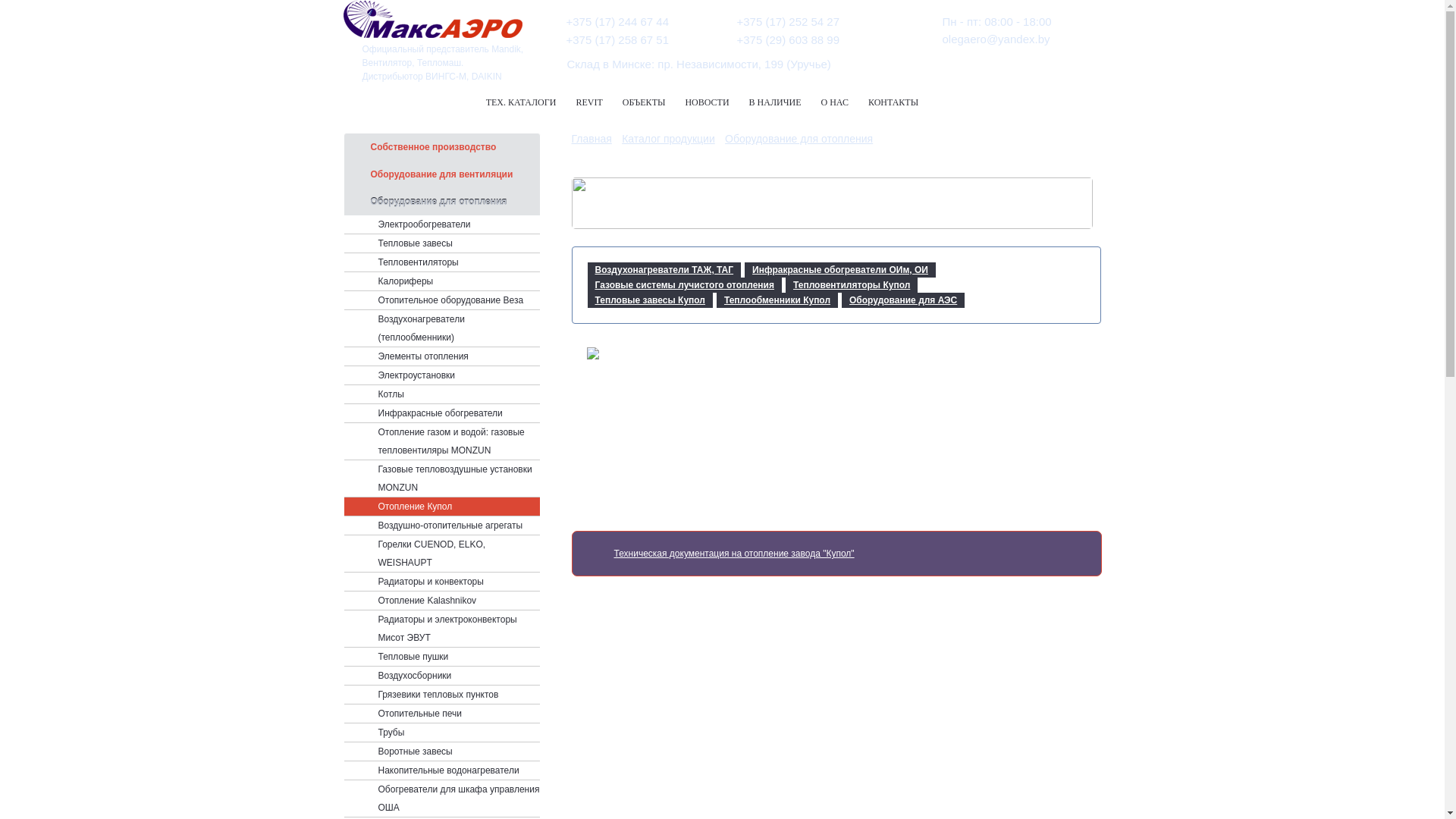 The height and width of the screenshot is (819, 1456). What do you see at coordinates (564, 21) in the screenshot?
I see `'+375 (17) 244 67 44'` at bounding box center [564, 21].